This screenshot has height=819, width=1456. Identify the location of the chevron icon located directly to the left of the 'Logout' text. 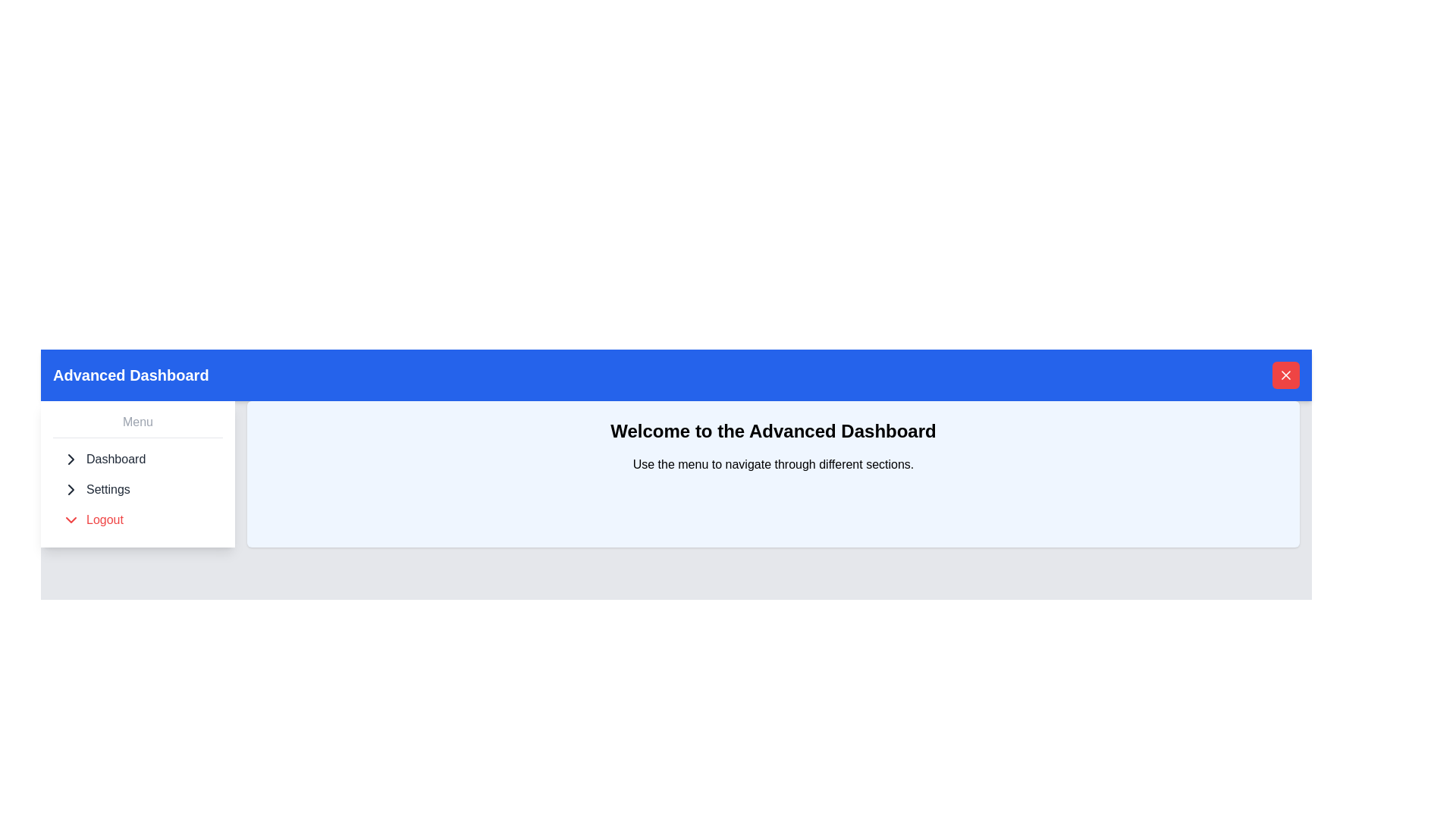
(71, 519).